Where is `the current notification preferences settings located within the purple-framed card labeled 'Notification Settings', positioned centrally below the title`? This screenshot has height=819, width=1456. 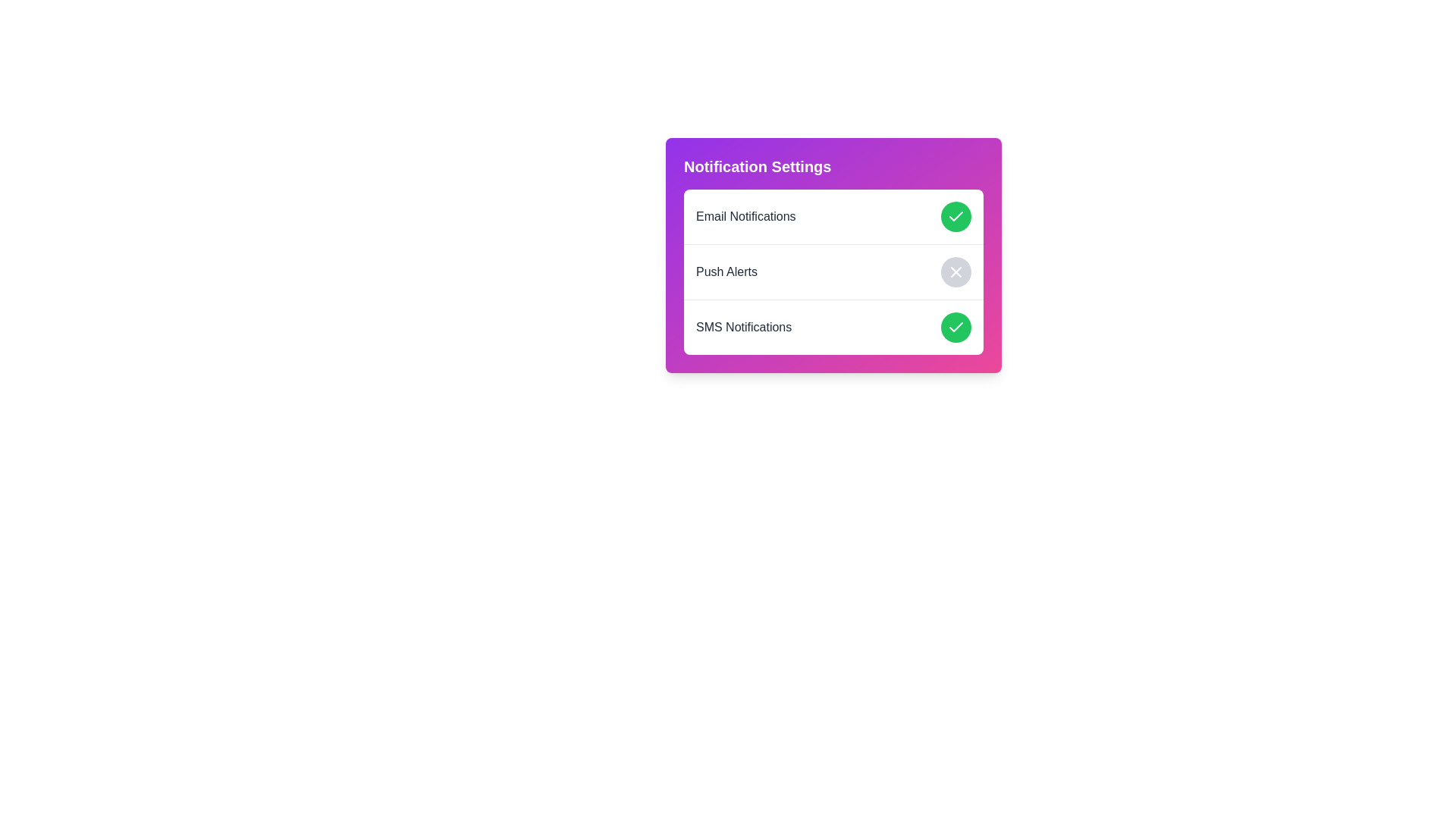
the current notification preferences settings located within the purple-framed card labeled 'Notification Settings', positioned centrally below the title is located at coordinates (833, 271).